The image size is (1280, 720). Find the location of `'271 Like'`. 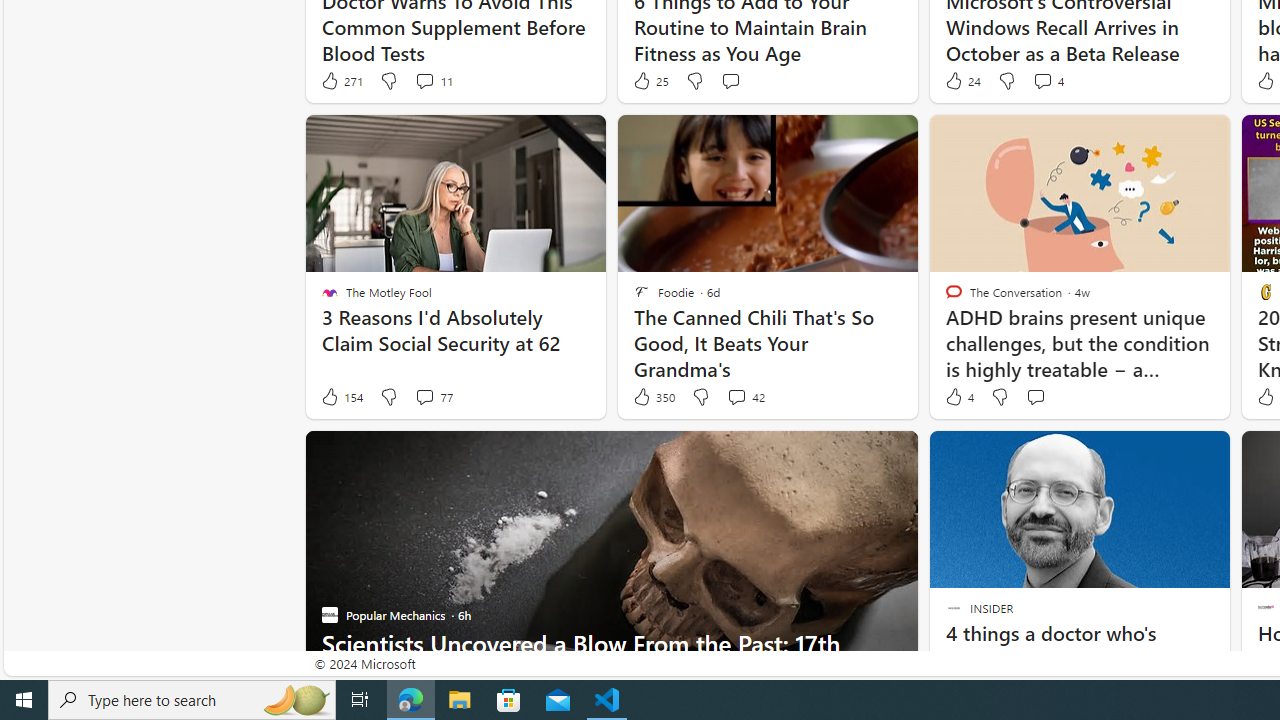

'271 Like' is located at coordinates (341, 80).